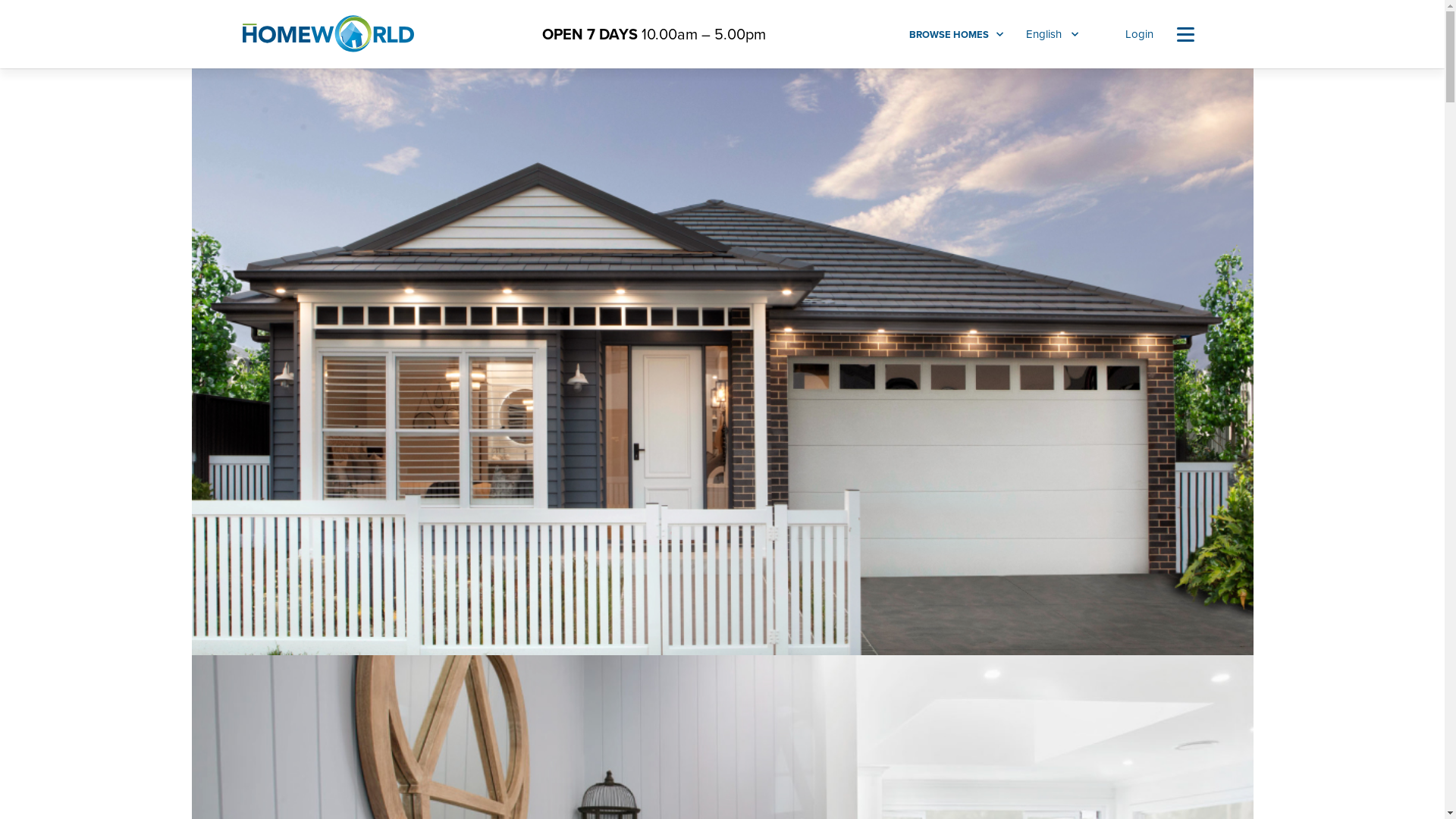 The width and height of the screenshot is (1456, 819). What do you see at coordinates (1139, 34) in the screenshot?
I see `'Login'` at bounding box center [1139, 34].